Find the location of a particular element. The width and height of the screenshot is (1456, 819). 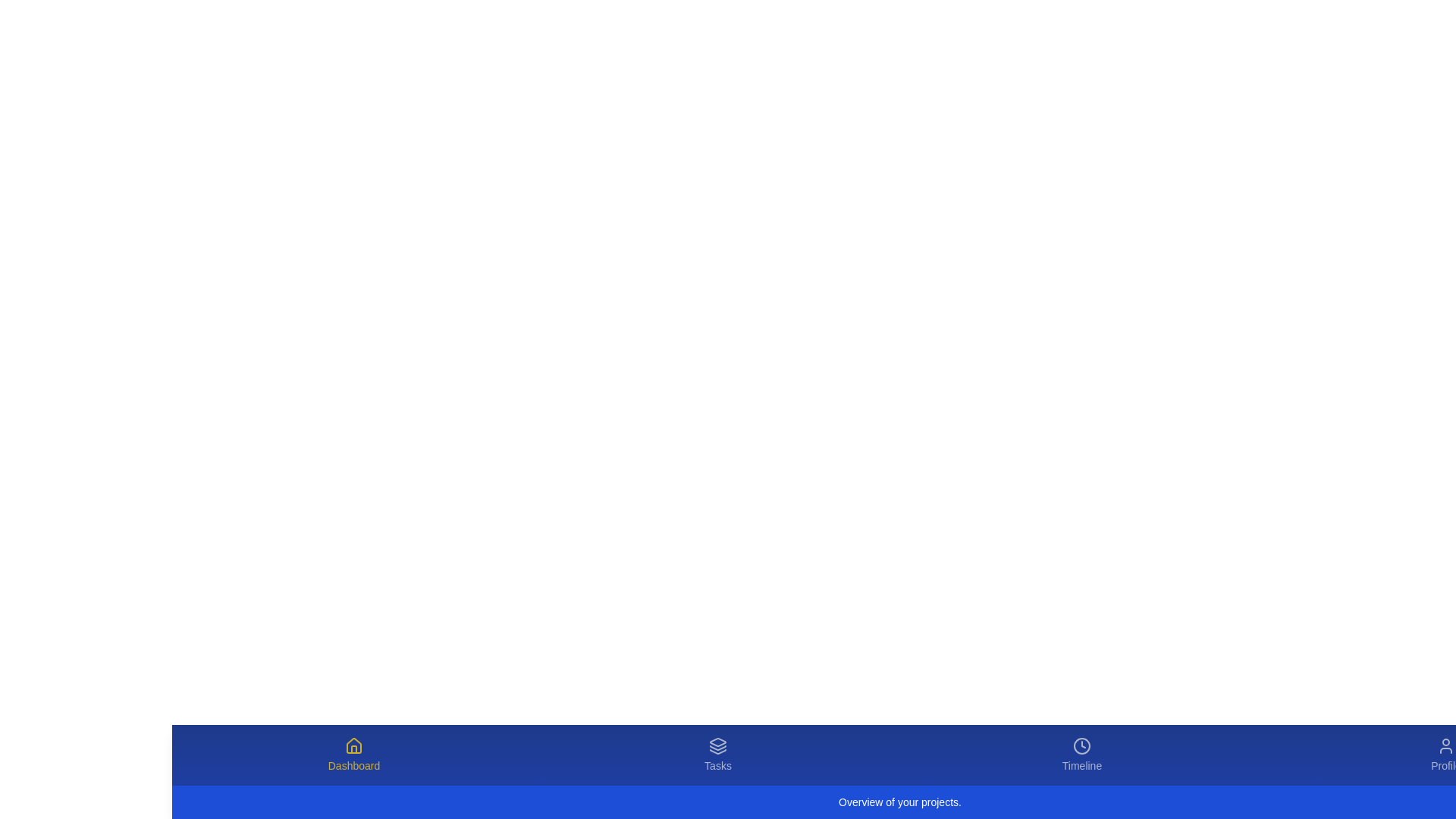

the Timeline tab by clicking on its button is located at coordinates (1081, 755).